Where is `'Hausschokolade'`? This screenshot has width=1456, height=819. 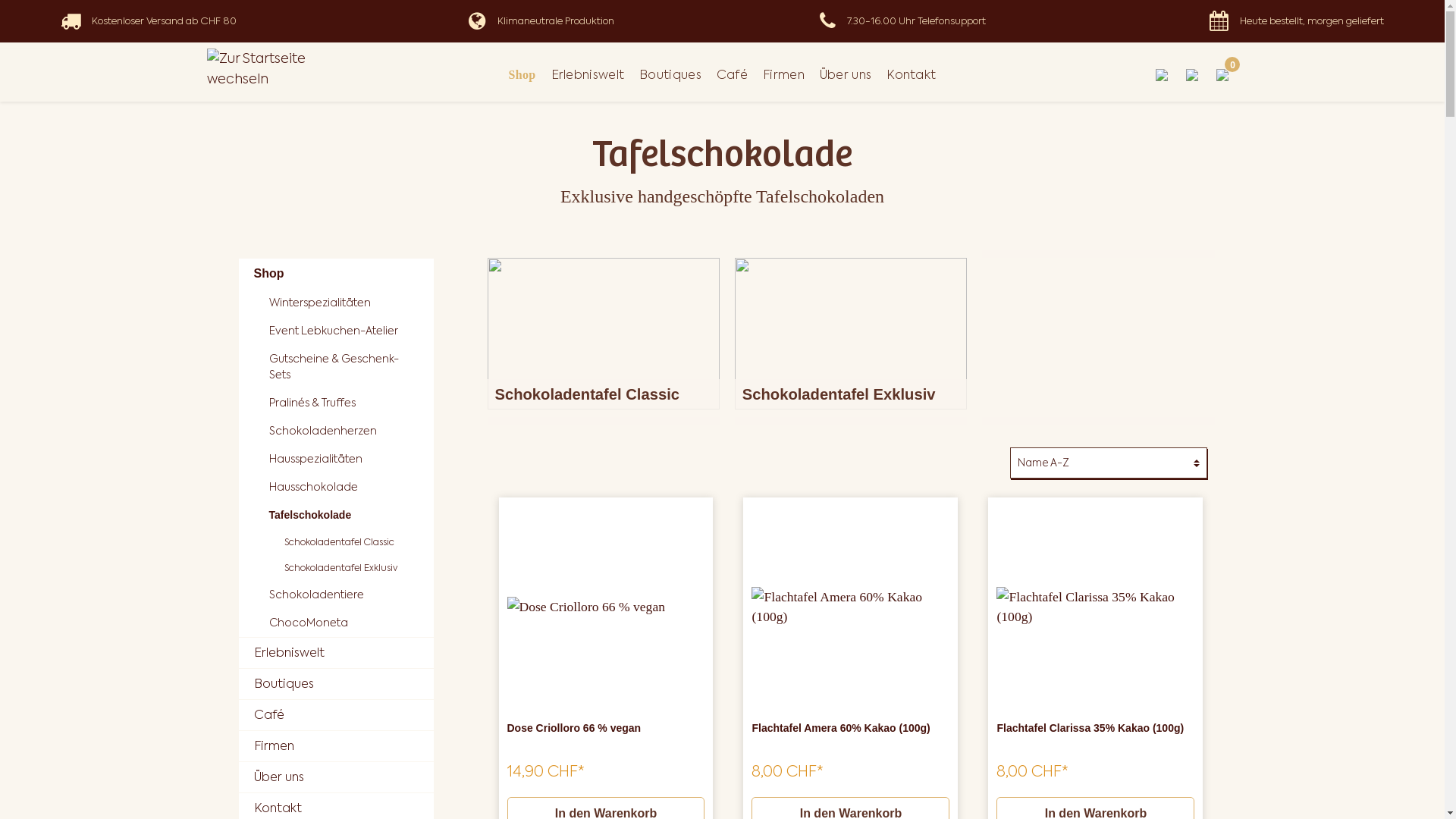
'Hausschokolade' is located at coordinates (342, 487).